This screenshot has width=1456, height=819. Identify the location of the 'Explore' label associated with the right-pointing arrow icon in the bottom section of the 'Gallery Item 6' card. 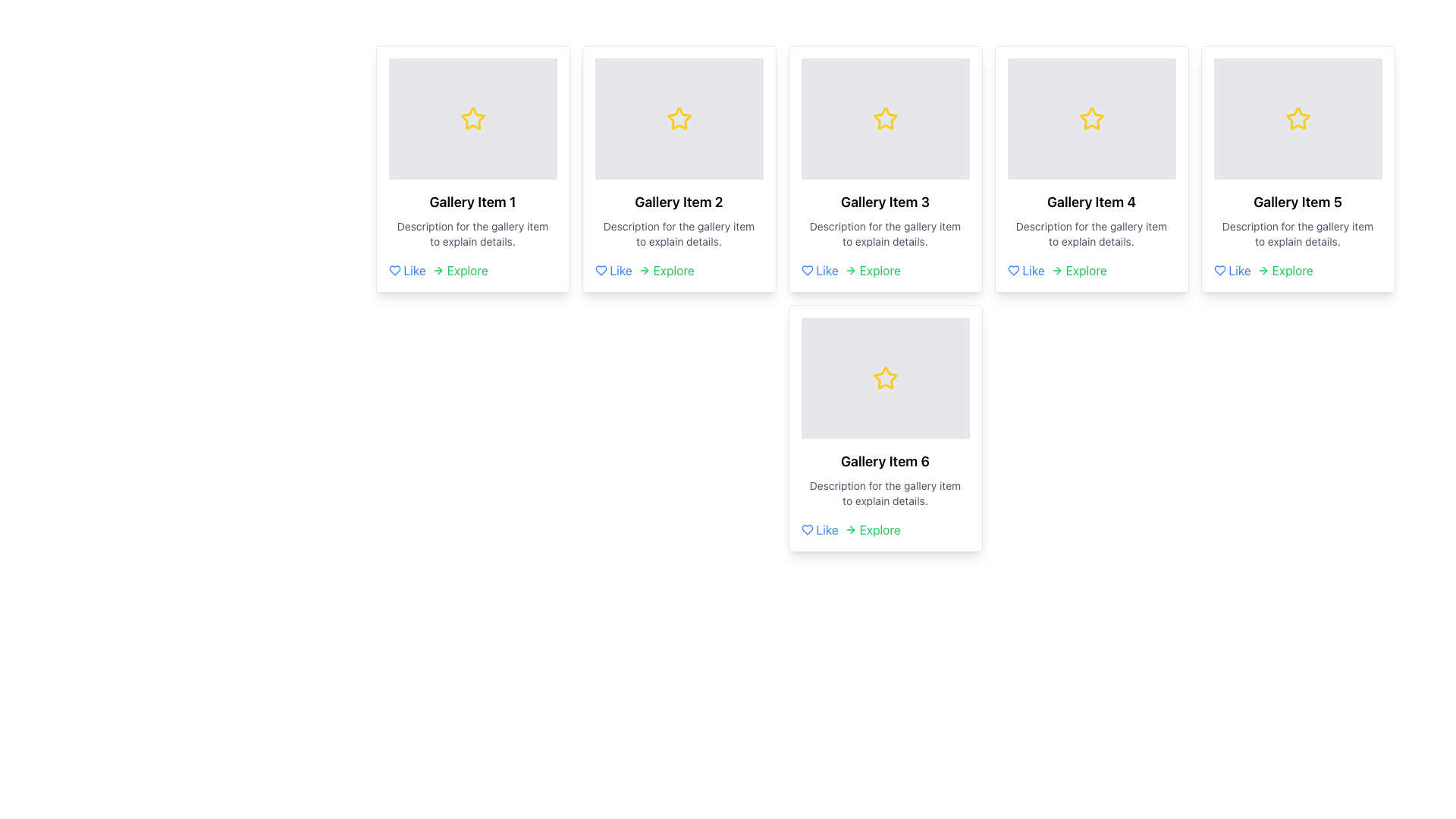
(852, 529).